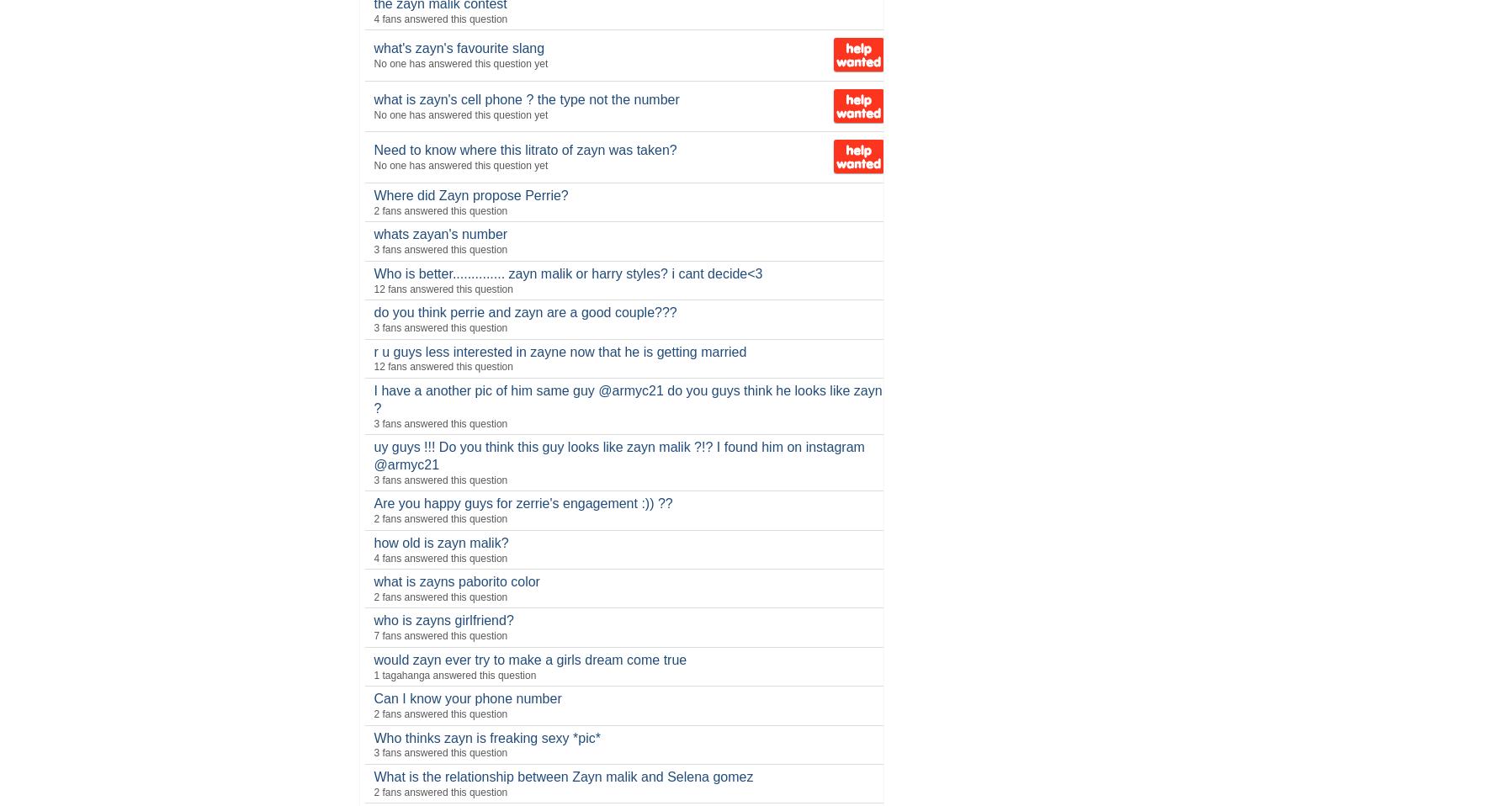 Image resolution: width=1512 pixels, height=806 pixels. I want to click on 'what's zayn's favourite slang', so click(459, 47).